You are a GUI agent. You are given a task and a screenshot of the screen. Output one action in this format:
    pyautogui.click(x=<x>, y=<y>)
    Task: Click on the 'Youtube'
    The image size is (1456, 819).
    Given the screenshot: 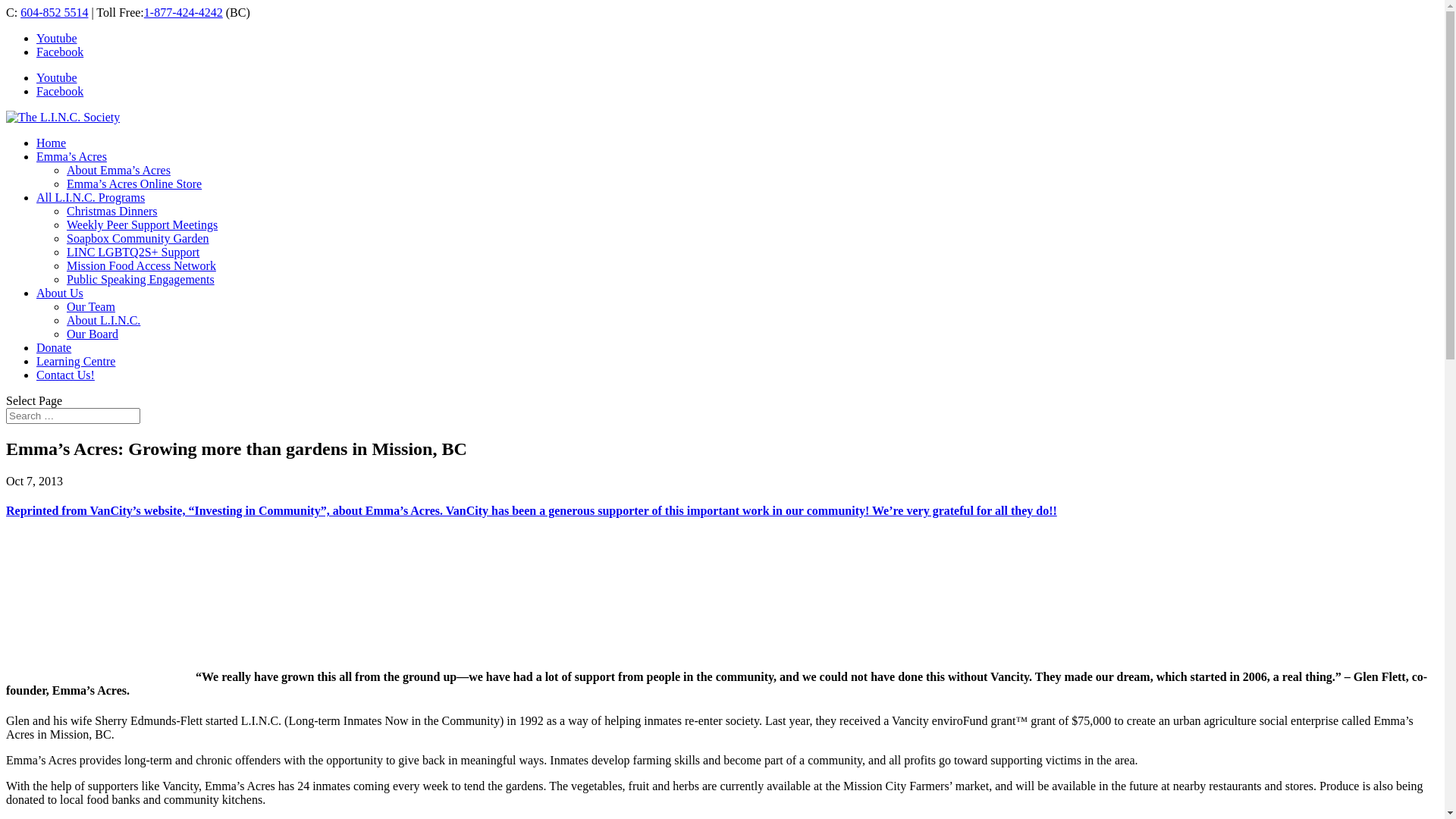 What is the action you would take?
    pyautogui.click(x=57, y=37)
    